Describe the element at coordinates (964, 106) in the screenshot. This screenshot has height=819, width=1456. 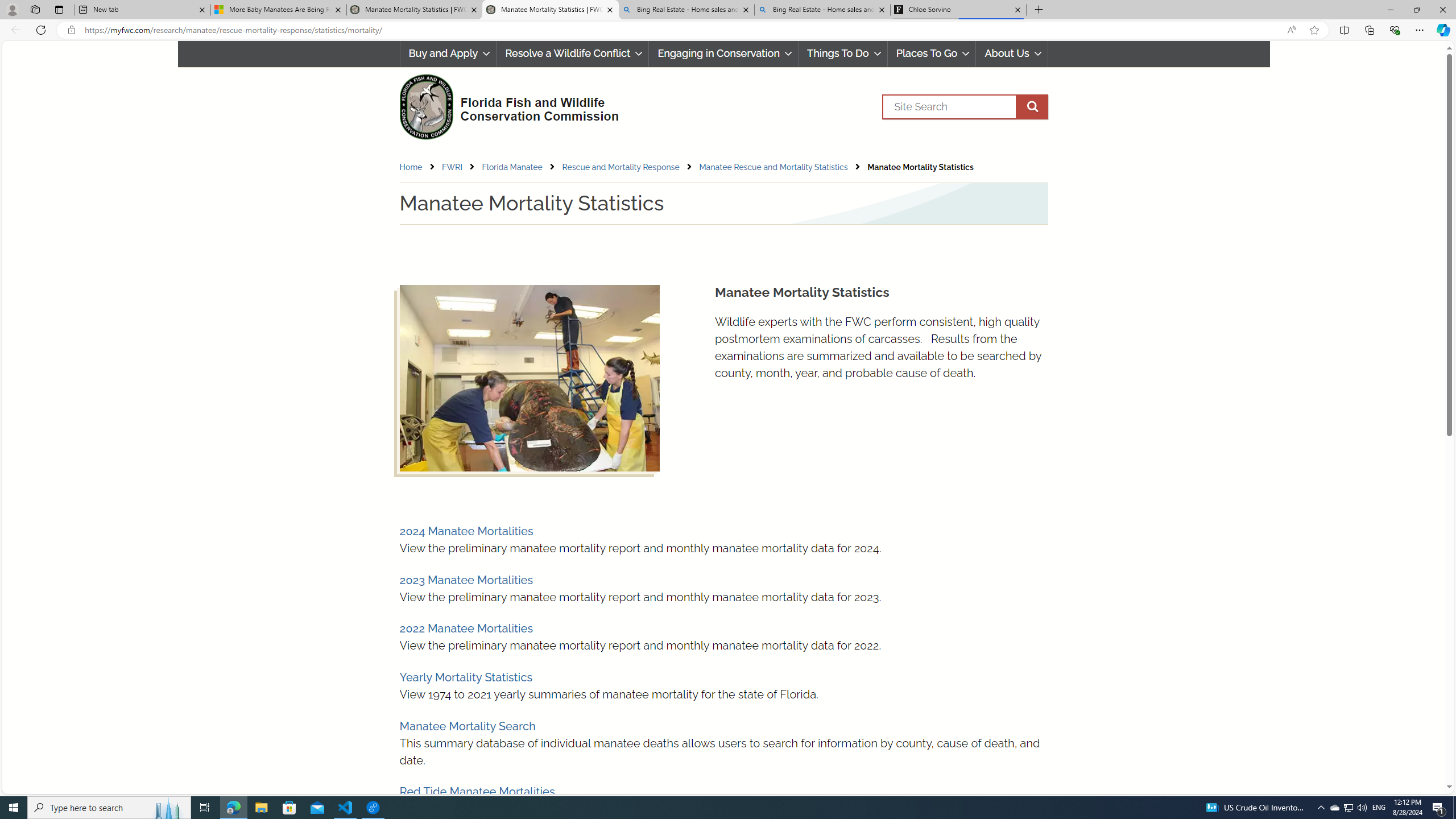
I see `'Search'` at that location.